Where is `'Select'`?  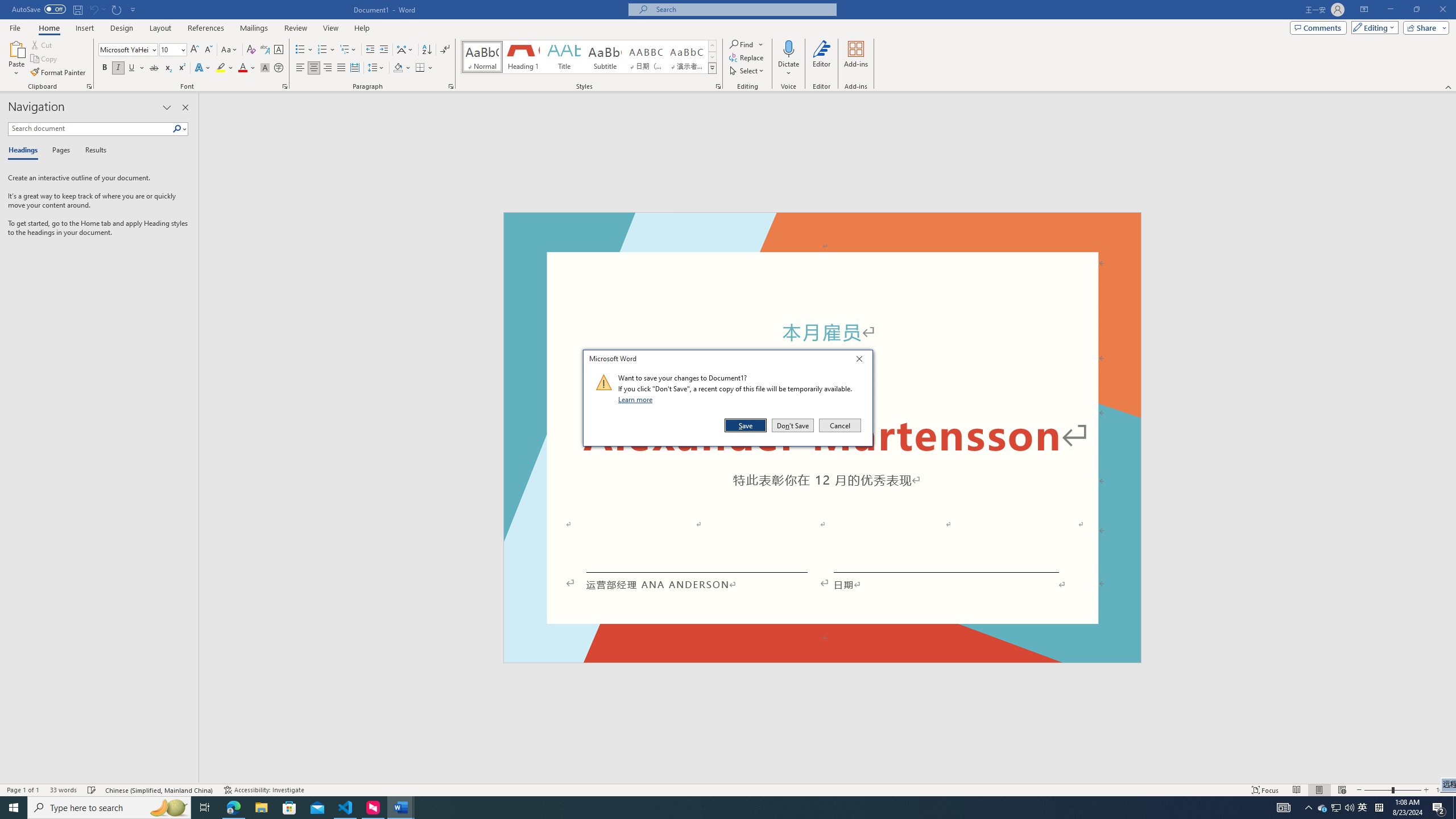 'Select' is located at coordinates (747, 69).